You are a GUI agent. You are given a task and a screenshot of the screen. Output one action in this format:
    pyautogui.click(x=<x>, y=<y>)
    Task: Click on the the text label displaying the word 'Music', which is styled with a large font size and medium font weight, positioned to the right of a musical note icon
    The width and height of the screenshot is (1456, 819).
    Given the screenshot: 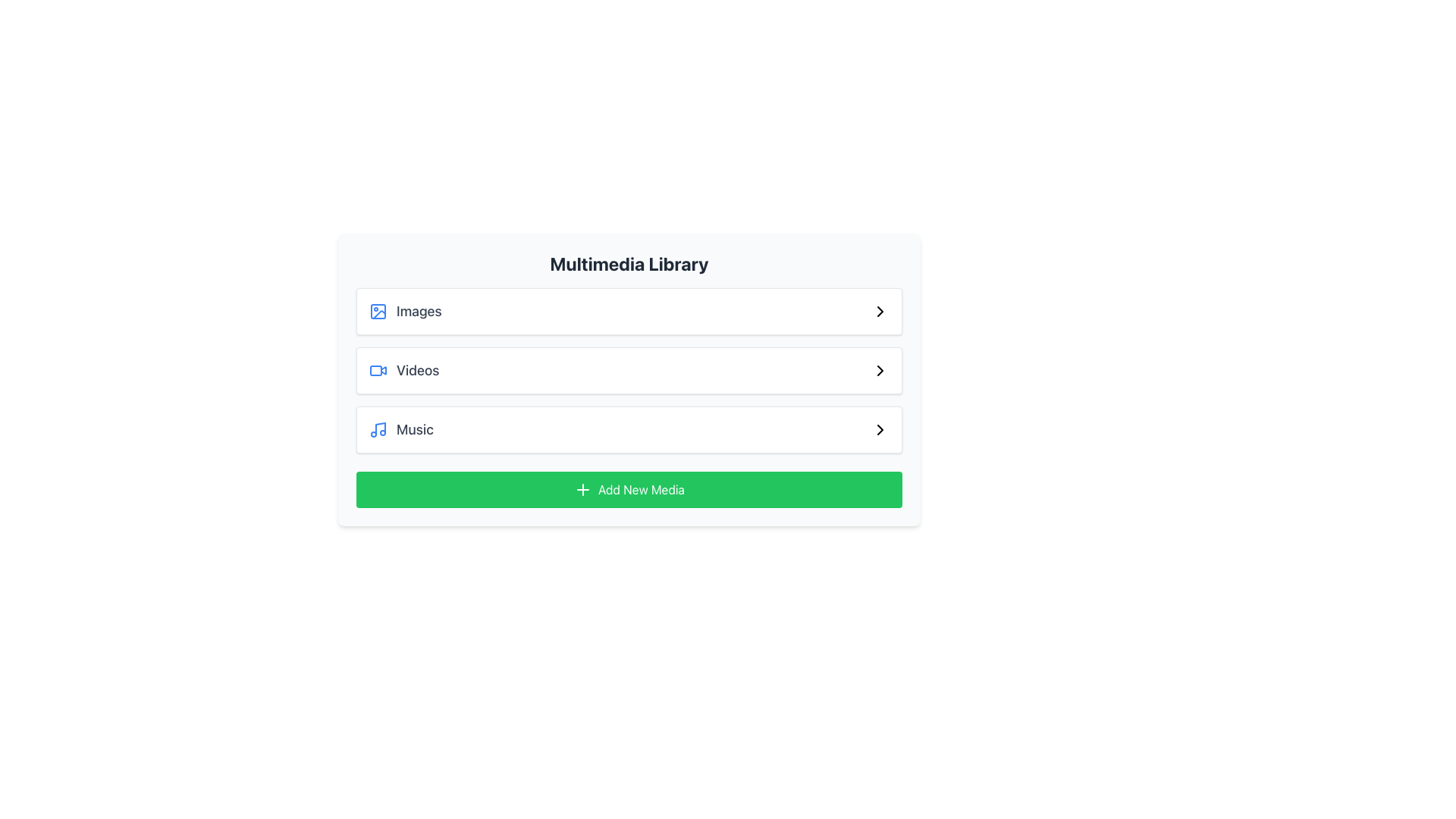 What is the action you would take?
    pyautogui.click(x=415, y=430)
    